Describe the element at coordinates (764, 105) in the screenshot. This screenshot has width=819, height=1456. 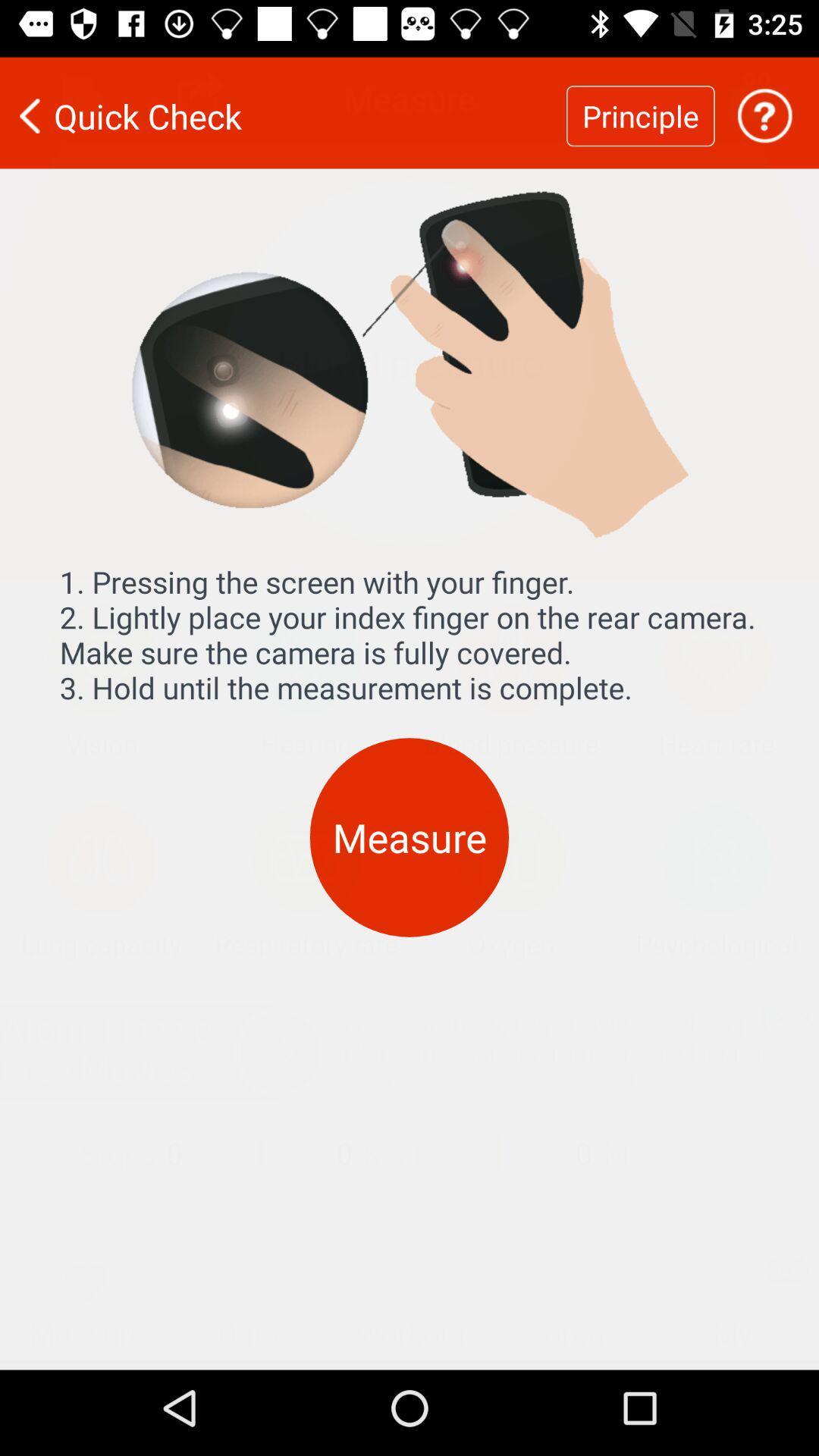
I see `help option` at that location.